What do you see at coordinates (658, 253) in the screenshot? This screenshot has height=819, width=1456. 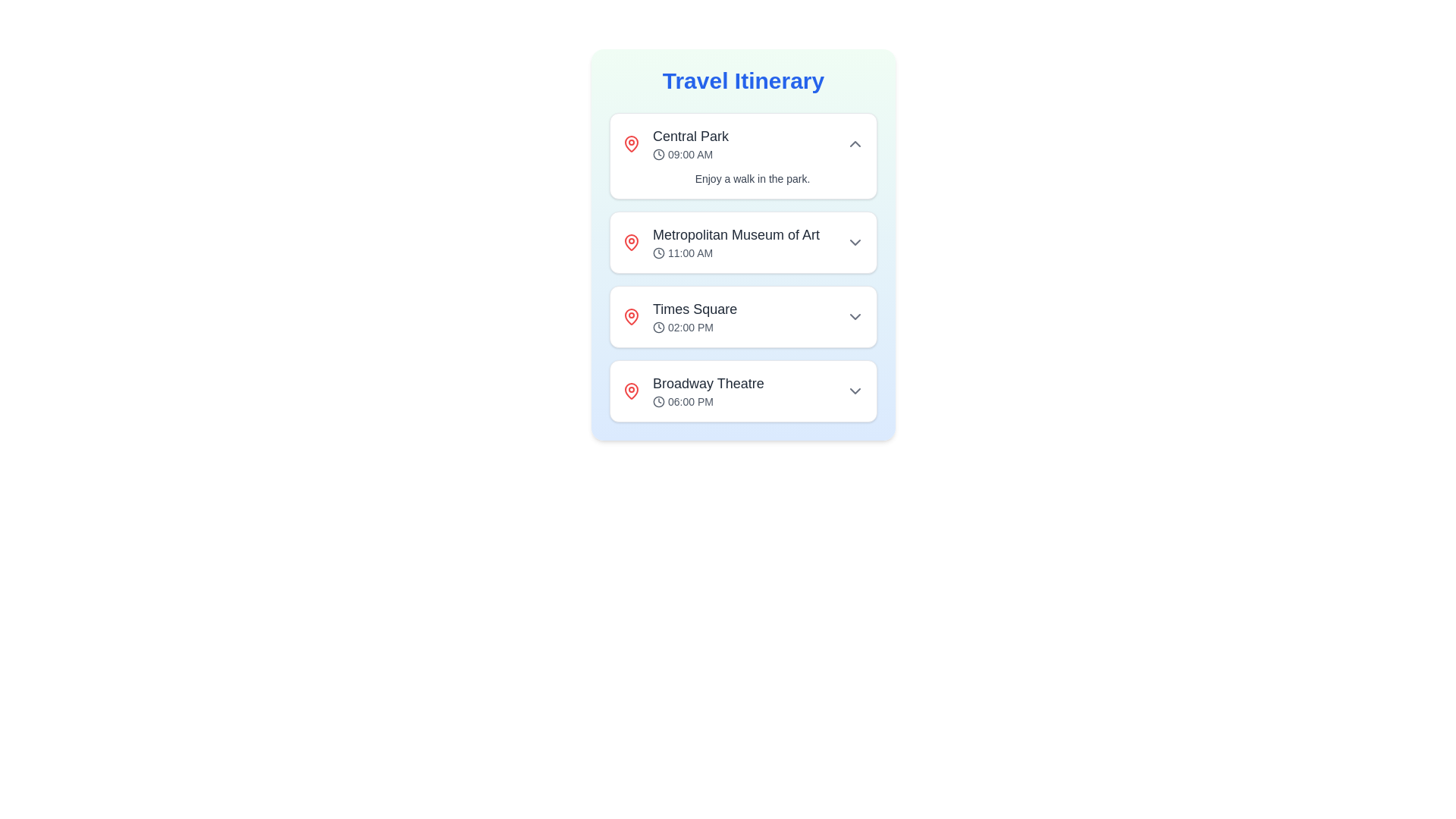 I see `the time icon located to the left of the text block displaying '11:00 AM' in the second itinerary section titled 'Metropolitan Museum of Art'` at bounding box center [658, 253].